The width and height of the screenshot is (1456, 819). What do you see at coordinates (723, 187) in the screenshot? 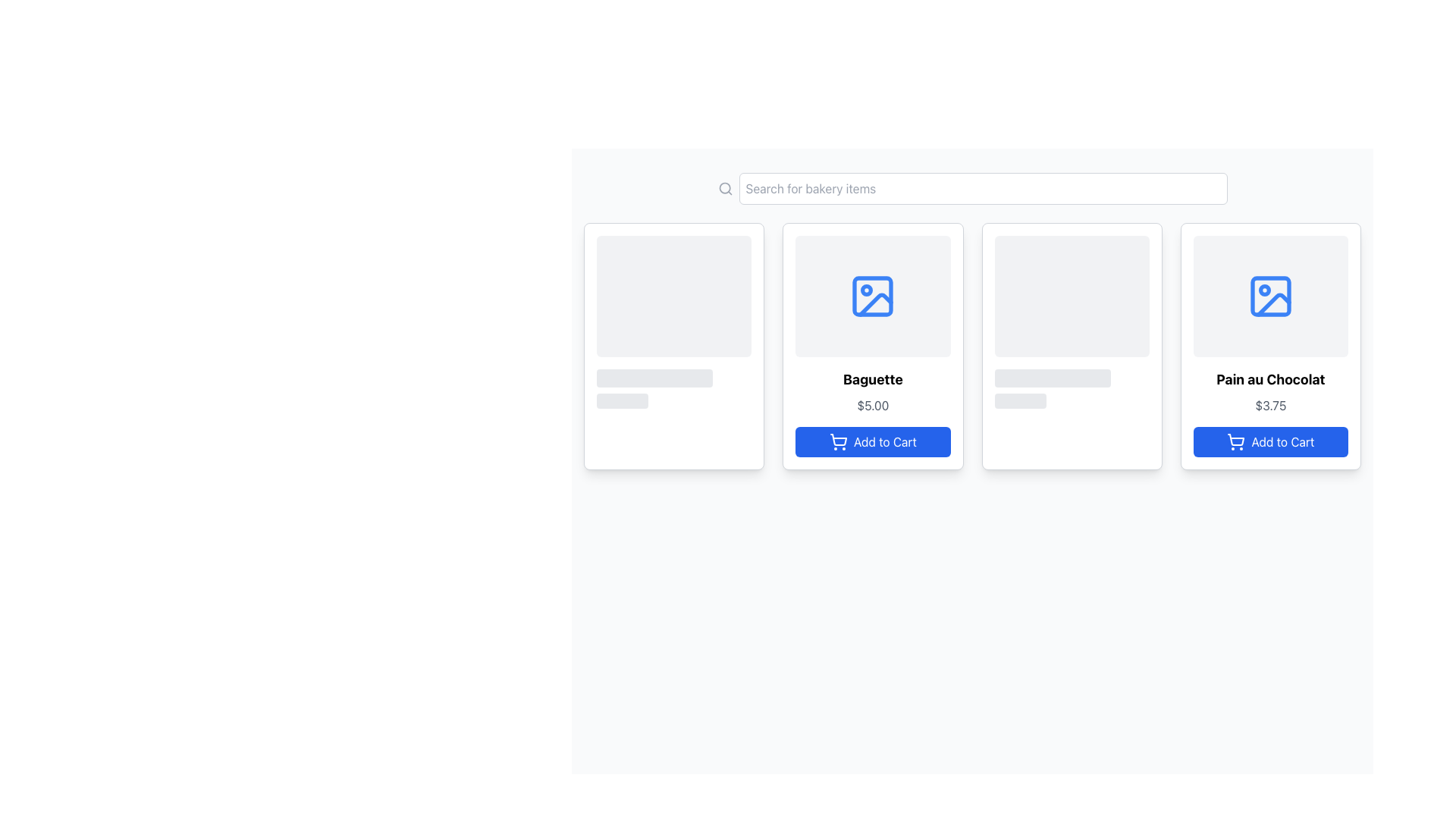
I see `the circle within the magnifying glass icon, located slightly to the left of its center, positioned near the search input field` at bounding box center [723, 187].